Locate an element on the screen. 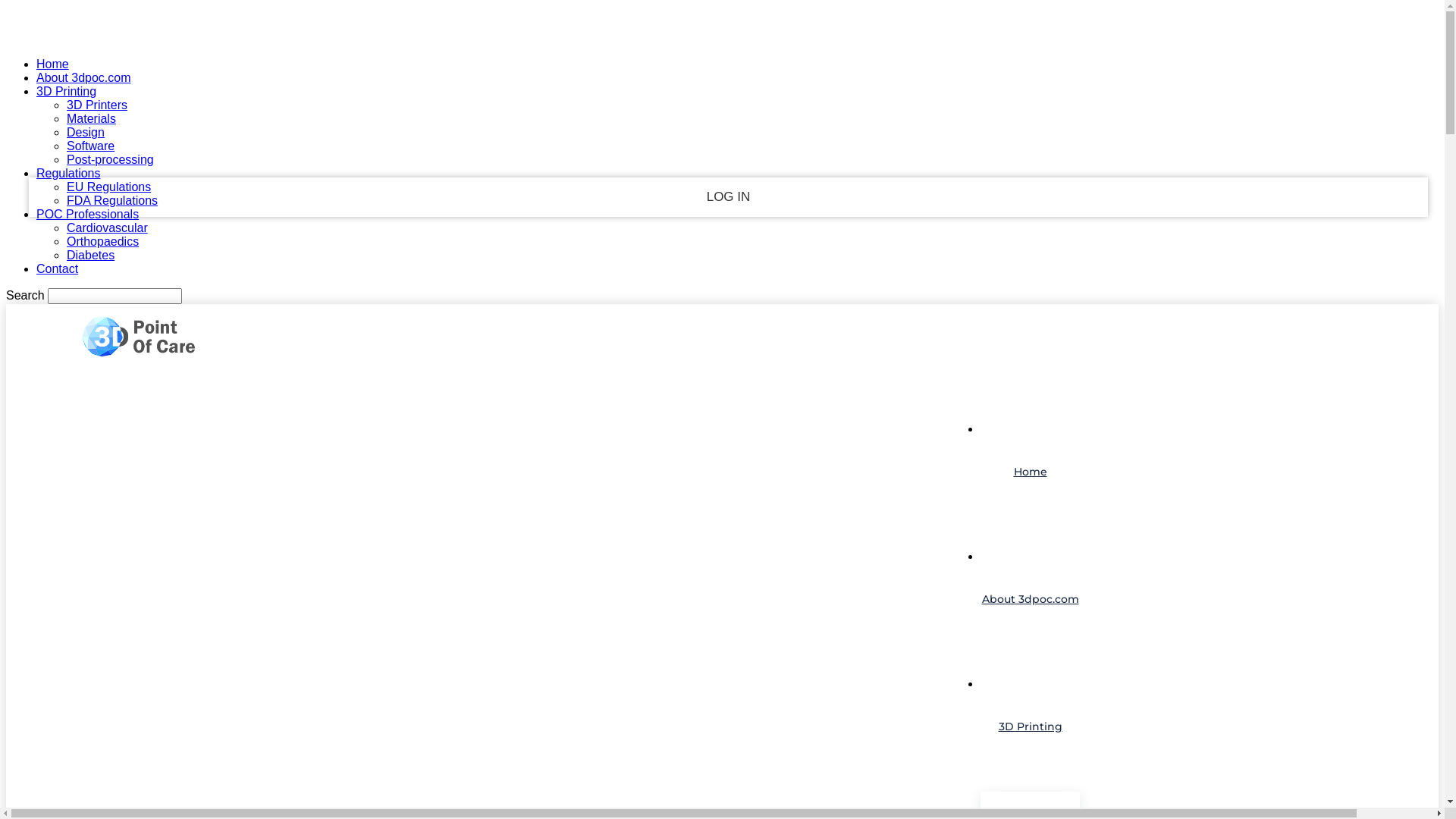 This screenshot has width=1456, height=819. 'Home' is located at coordinates (1030, 470).